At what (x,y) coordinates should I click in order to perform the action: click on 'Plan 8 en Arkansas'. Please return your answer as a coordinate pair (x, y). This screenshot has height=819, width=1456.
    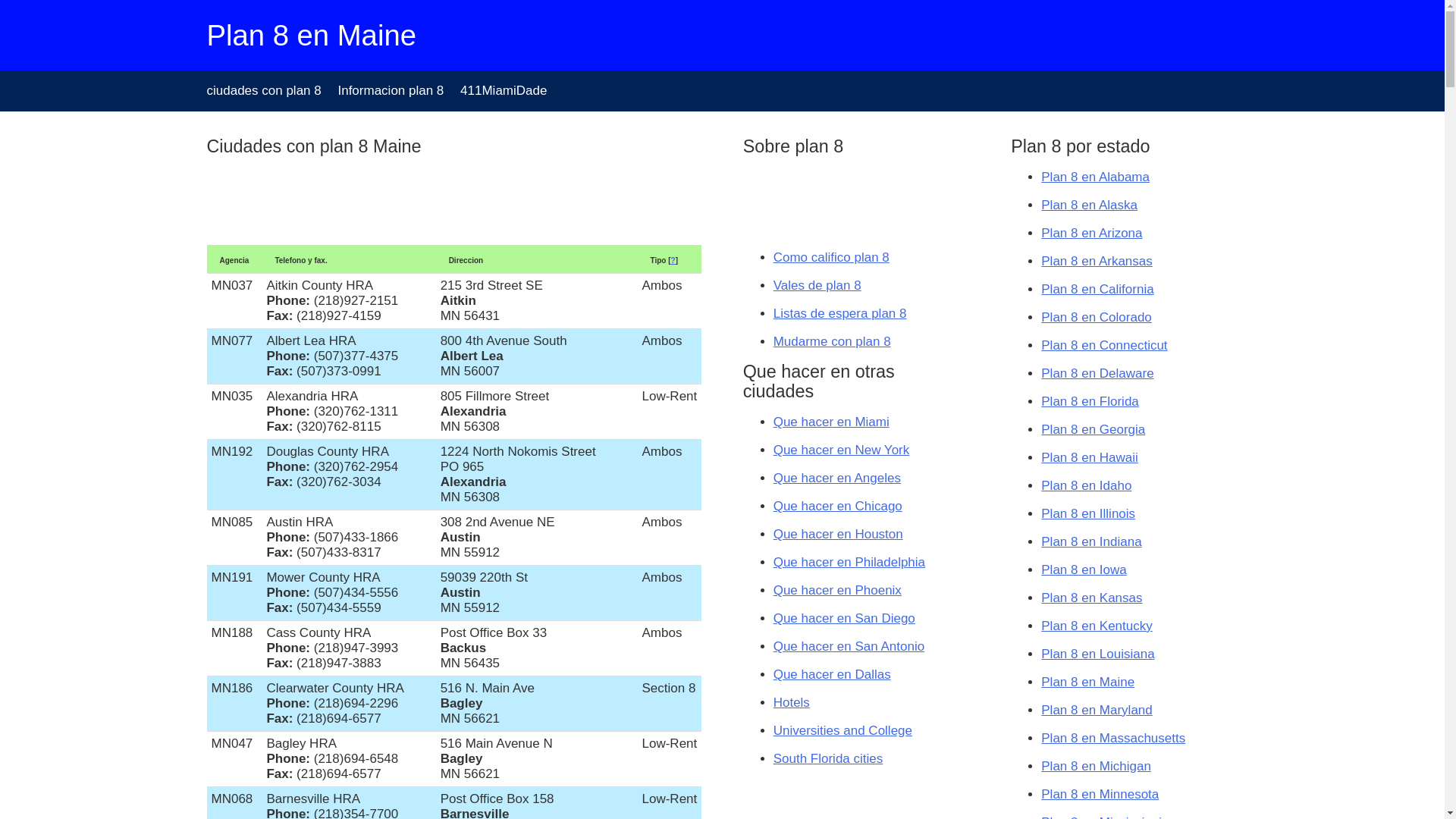
    Looking at the image, I should click on (1096, 260).